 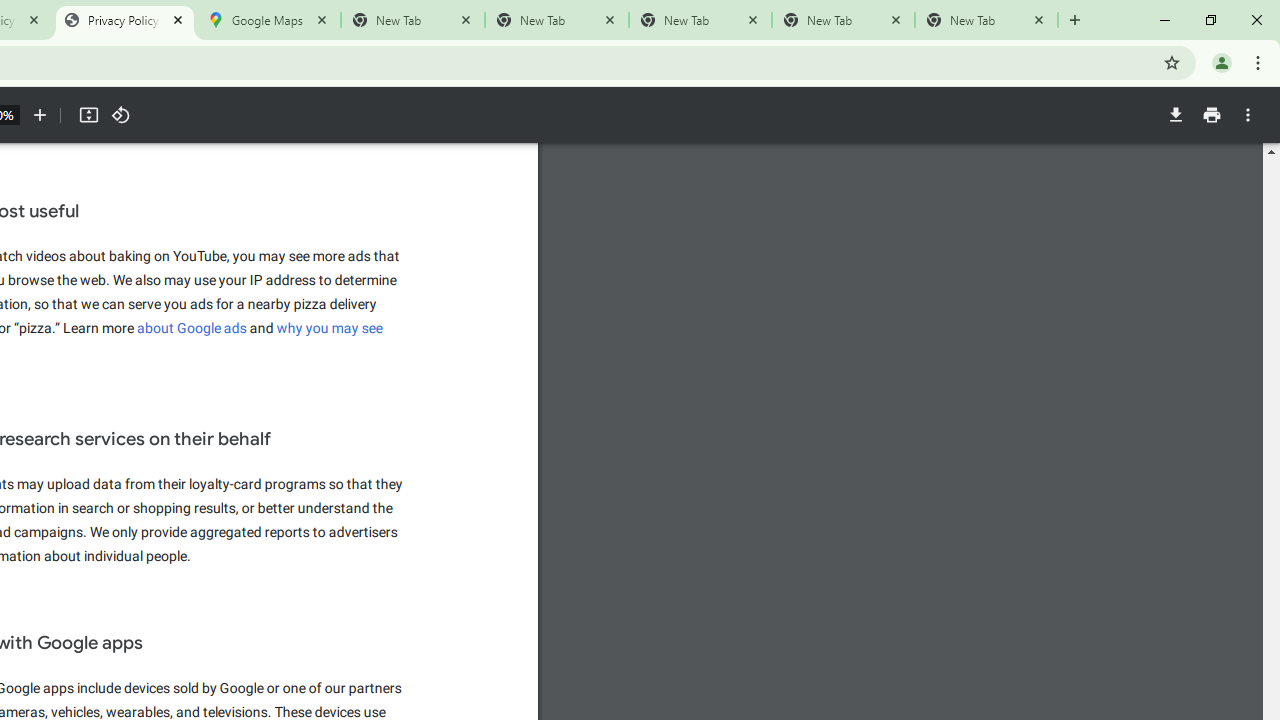 What do you see at coordinates (1175, 115) in the screenshot?
I see `'Download'` at bounding box center [1175, 115].